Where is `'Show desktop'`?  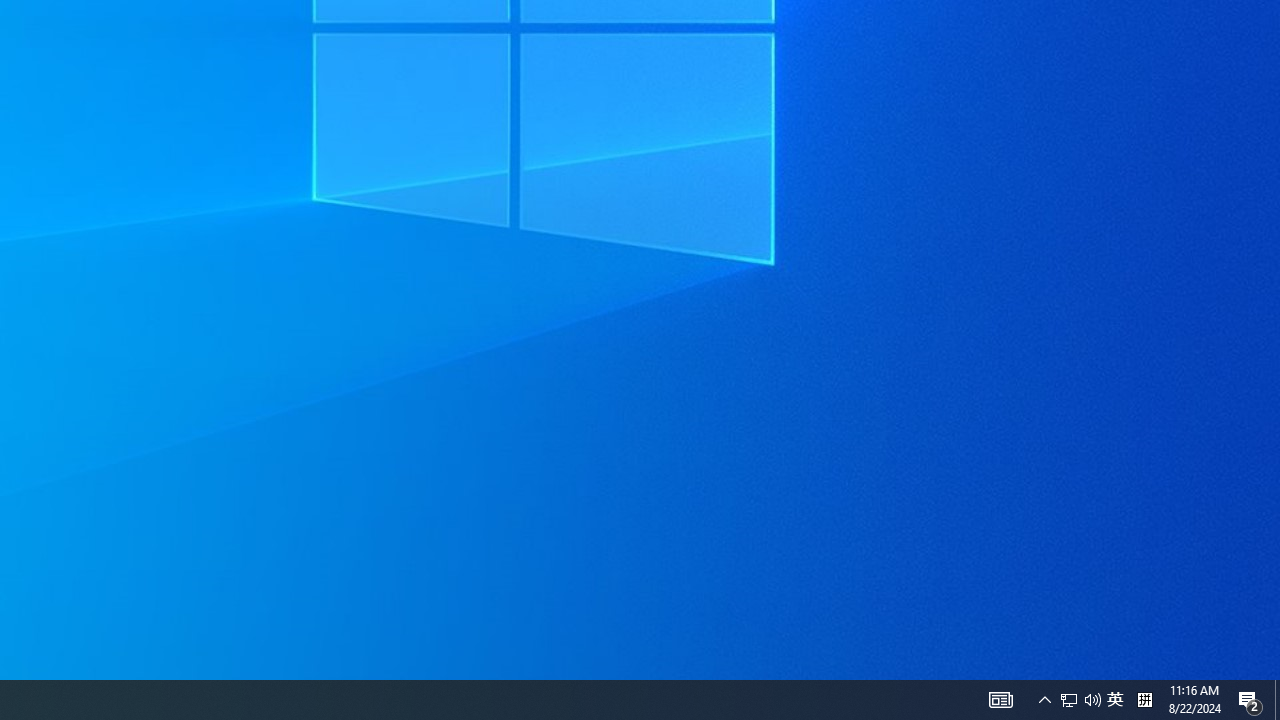
'Show desktop' is located at coordinates (1276, 698).